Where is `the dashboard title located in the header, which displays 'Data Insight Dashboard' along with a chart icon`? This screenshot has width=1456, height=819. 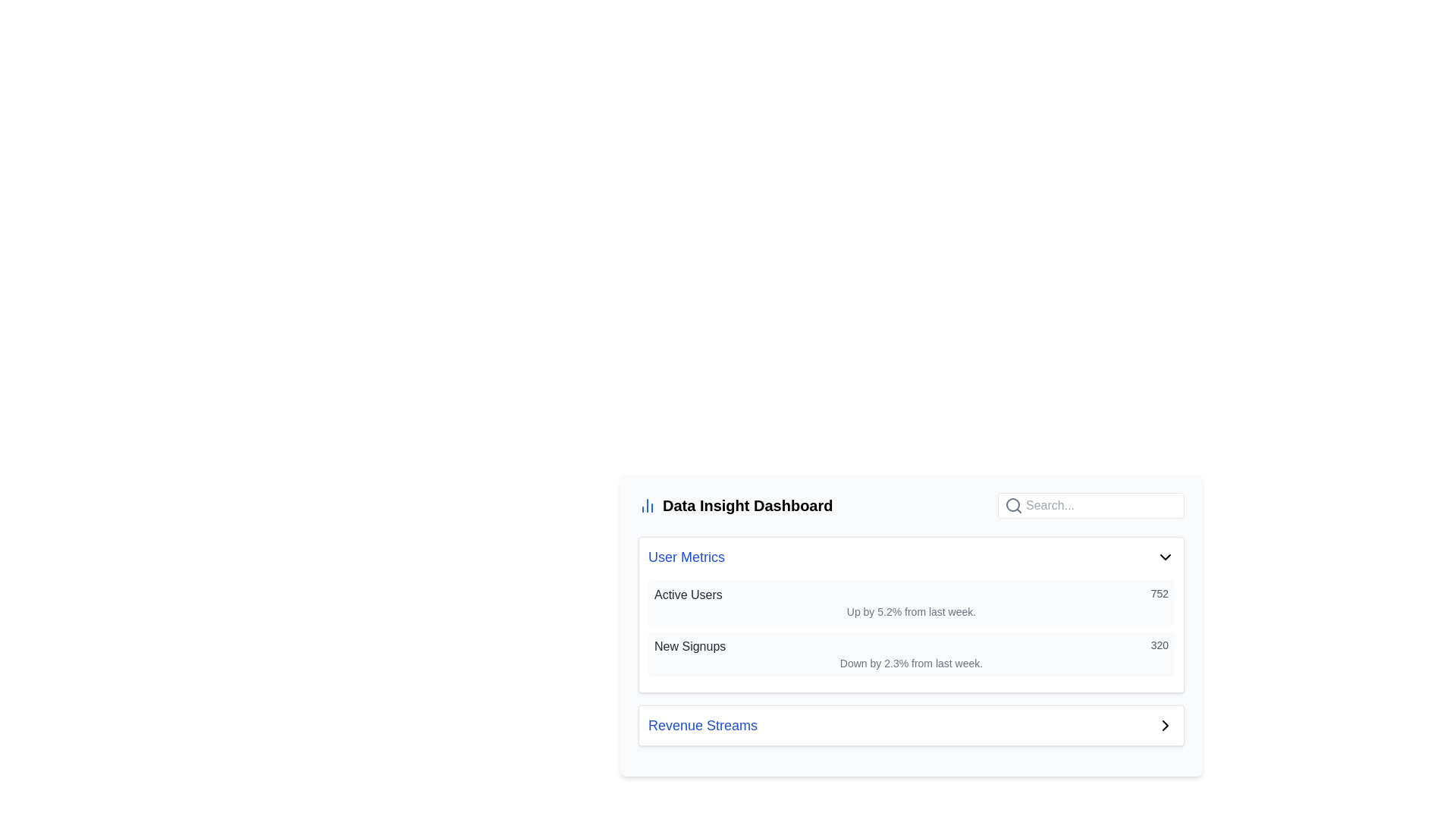
the dashboard title located in the header, which displays 'Data Insight Dashboard' along with a chart icon is located at coordinates (910, 506).